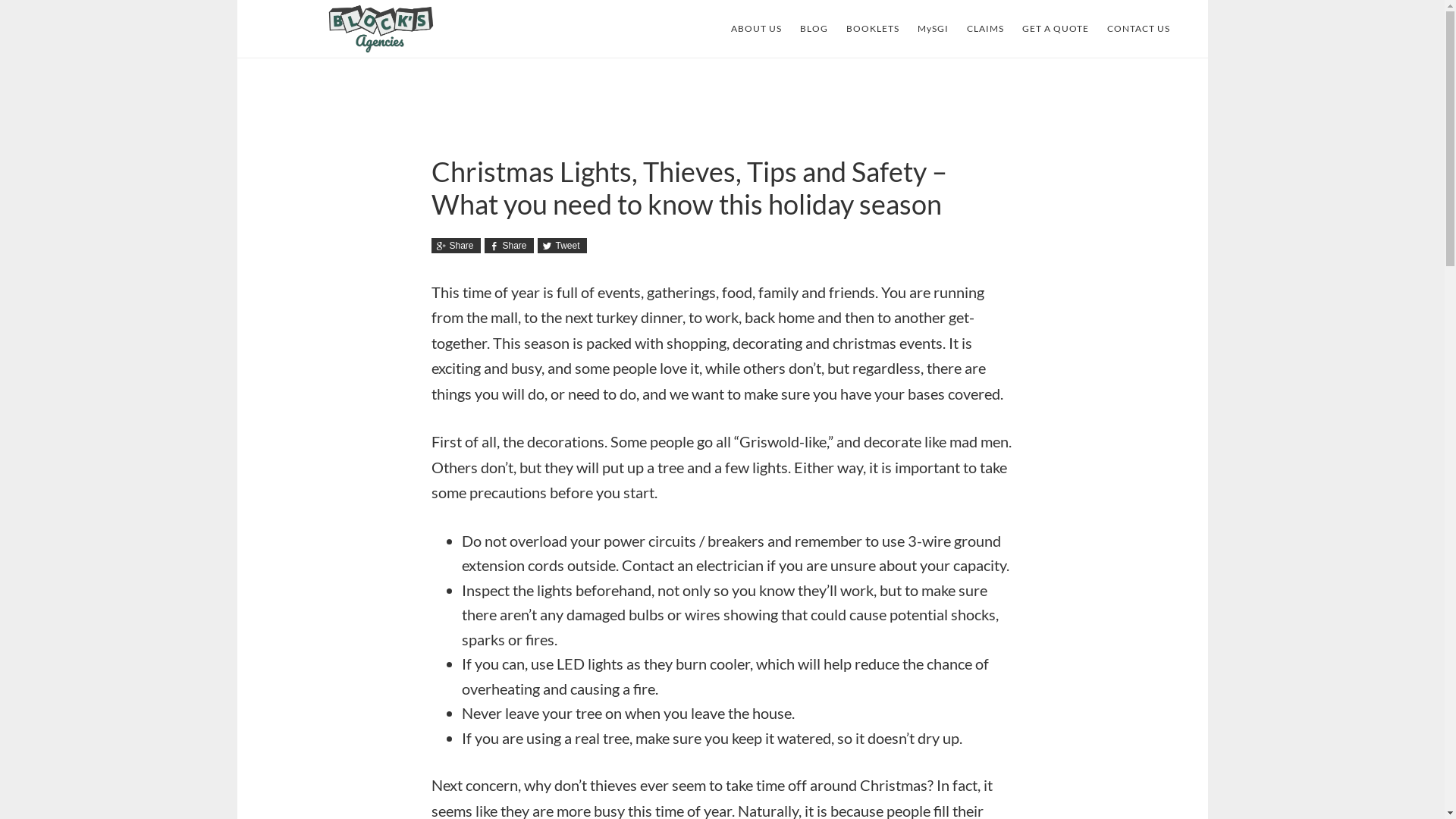  Describe the element at coordinates (812, 29) in the screenshot. I see `'BLOG'` at that location.